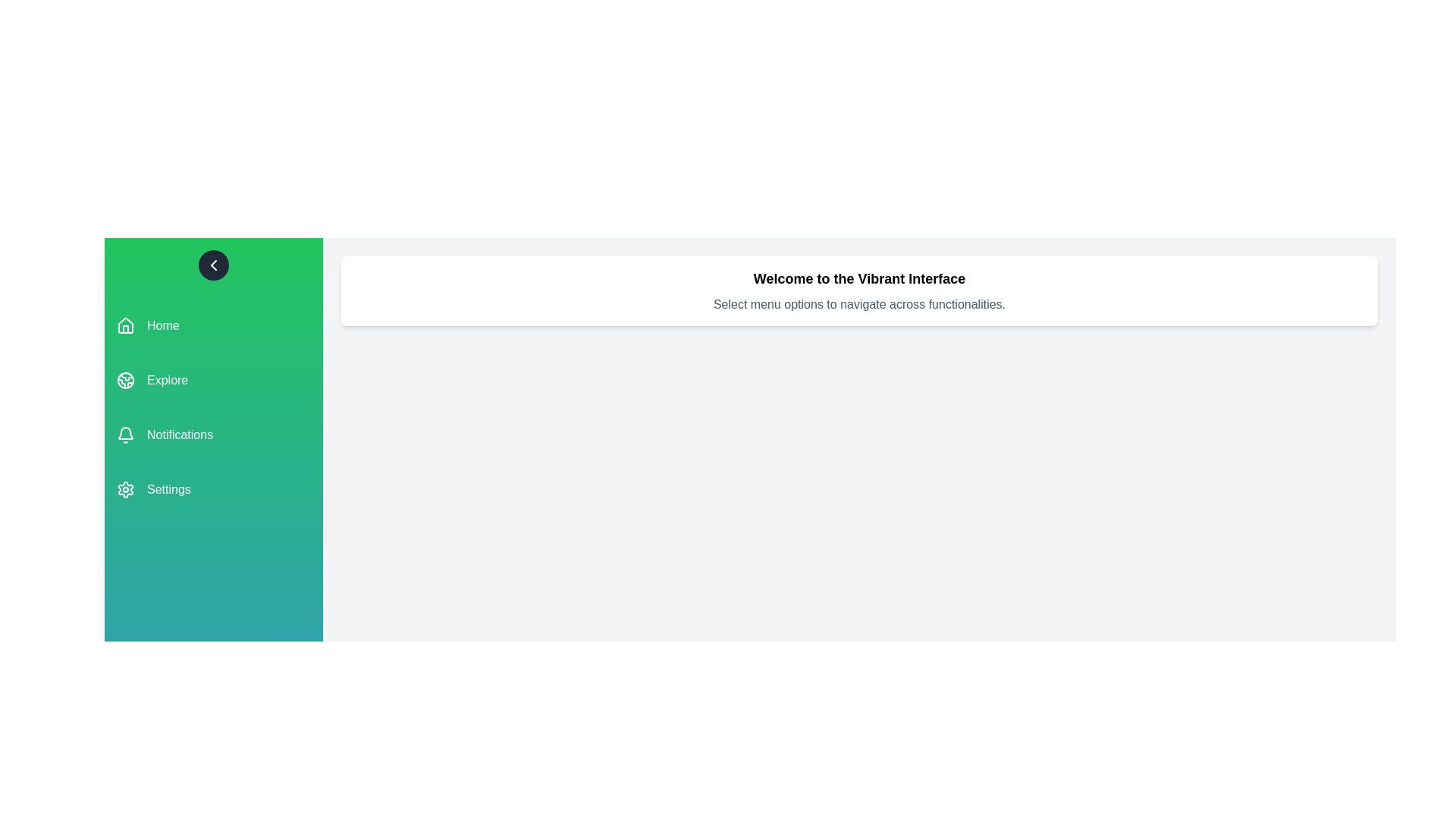 The height and width of the screenshot is (819, 1456). I want to click on the menu item Explore to navigate, so click(213, 379).